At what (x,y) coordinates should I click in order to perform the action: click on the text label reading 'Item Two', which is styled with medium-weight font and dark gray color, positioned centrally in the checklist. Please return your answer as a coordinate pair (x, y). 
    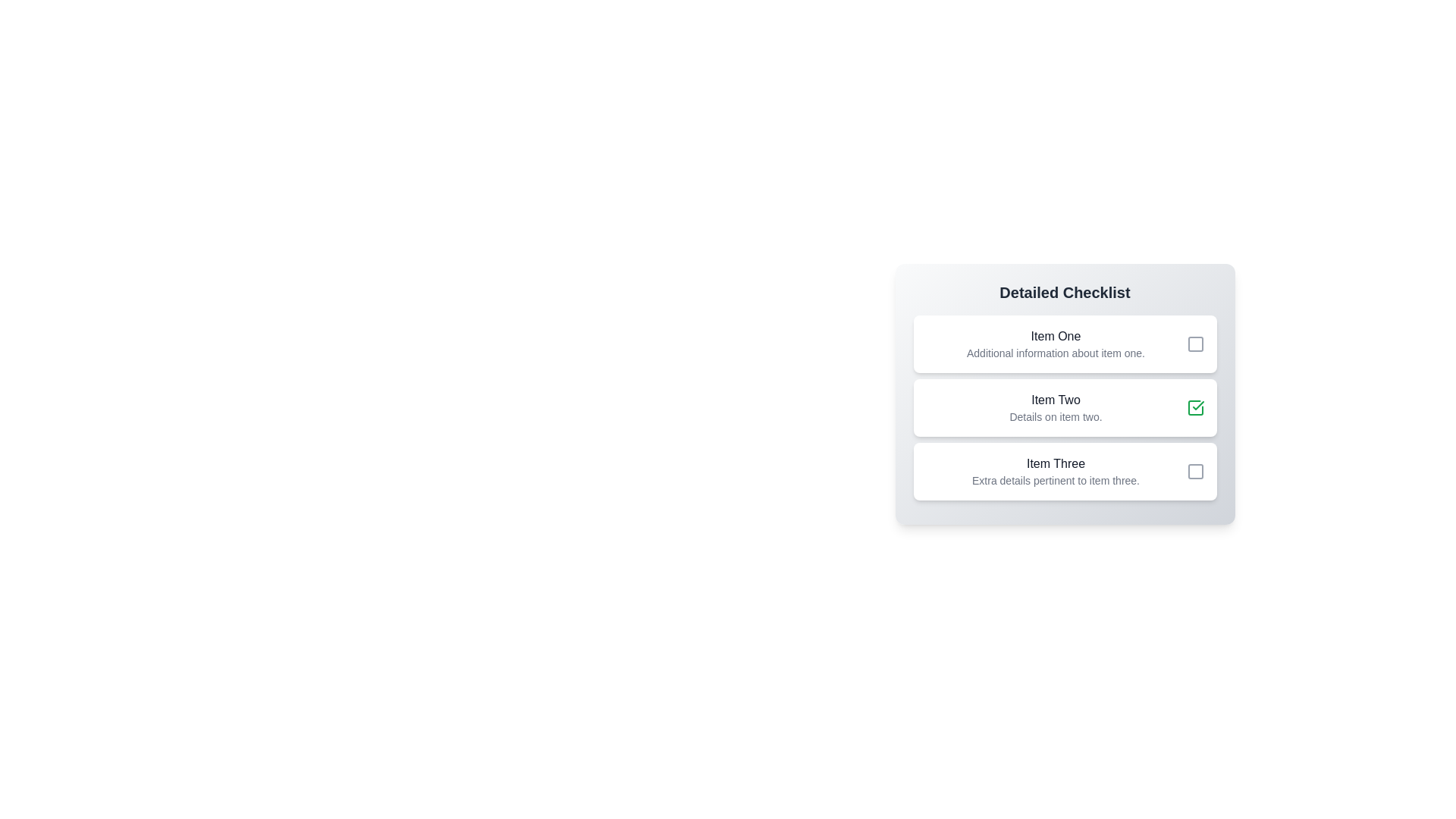
    Looking at the image, I should click on (1055, 400).